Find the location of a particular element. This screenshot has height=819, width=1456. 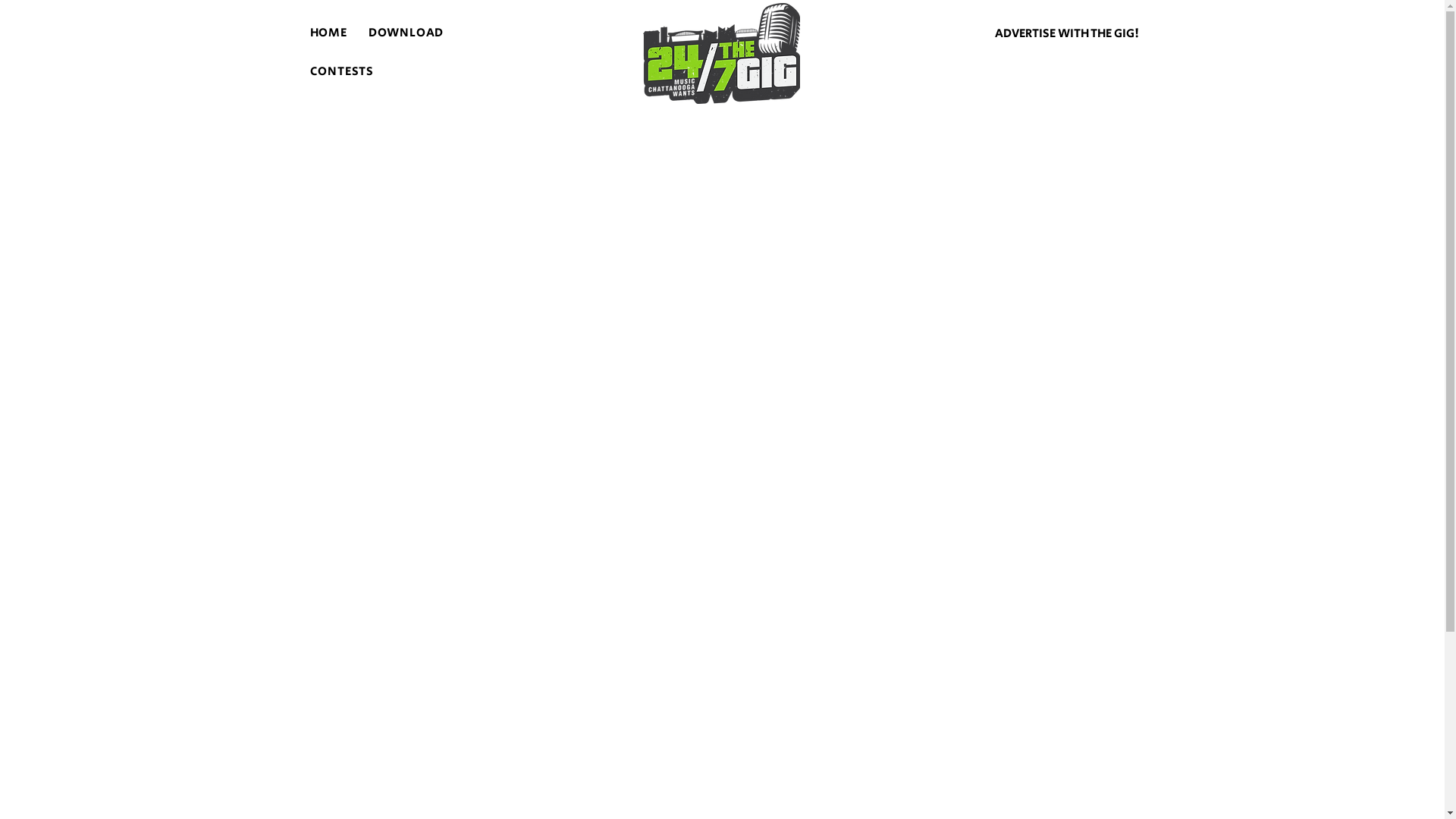

'ADVERTISE WITH THE GIG!' is located at coordinates (1068, 34).